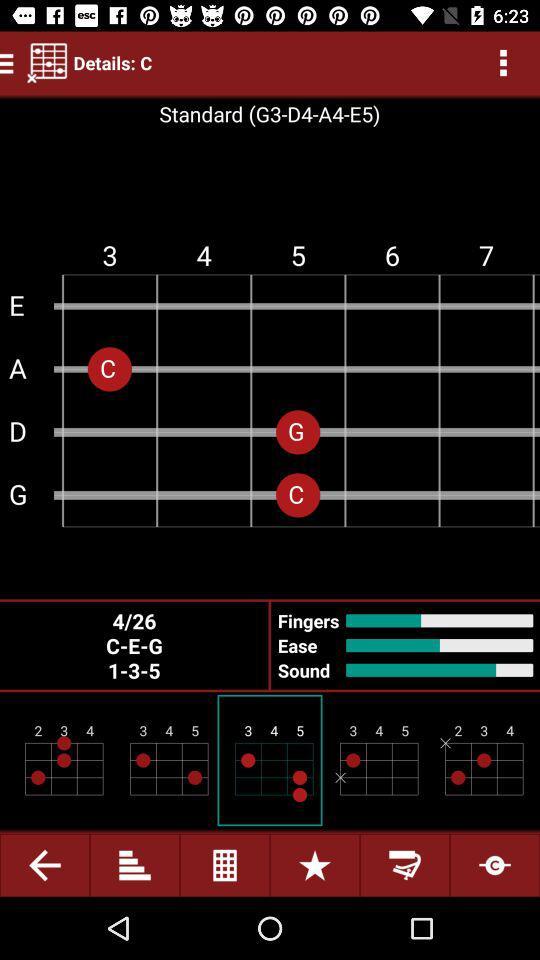 Image resolution: width=540 pixels, height=960 pixels. Describe the element at coordinates (9, 62) in the screenshot. I see `the menu icon` at that location.